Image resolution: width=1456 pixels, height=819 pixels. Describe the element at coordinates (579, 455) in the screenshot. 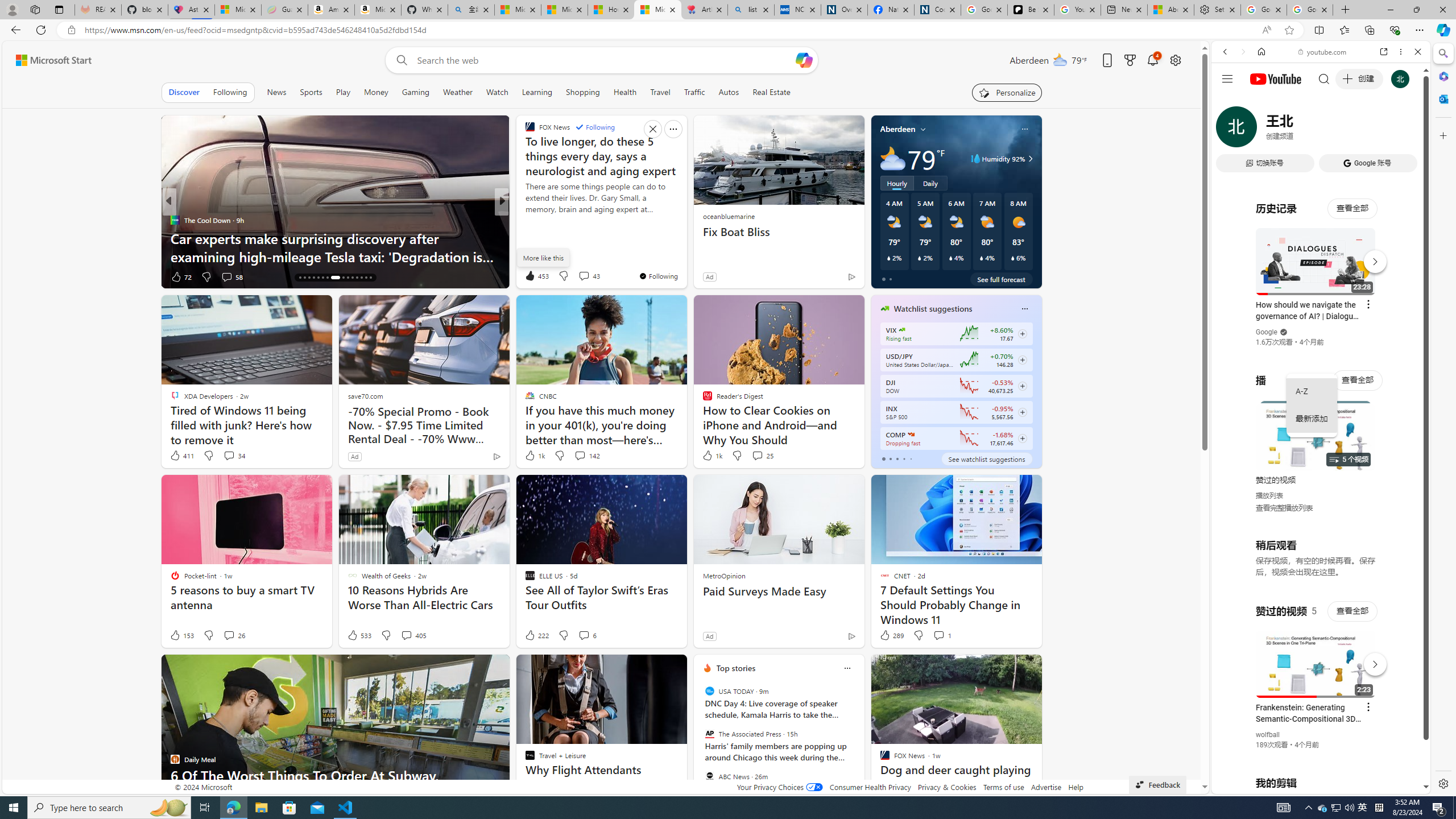

I see `'View comments 142 Comment'` at that location.